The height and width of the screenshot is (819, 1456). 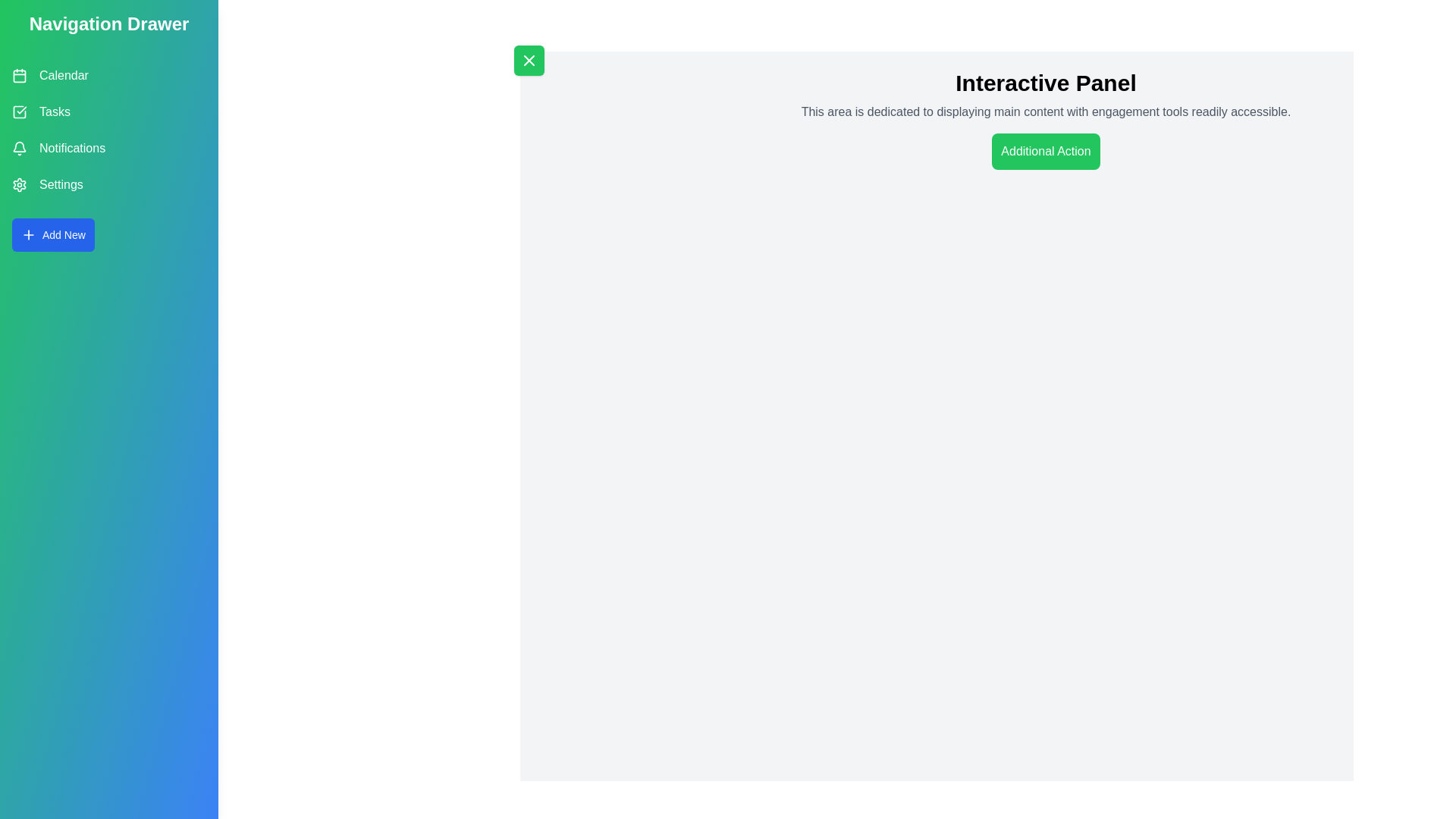 I want to click on the calendar icon located at the top of the first row in the navigation drawer, so click(x=19, y=76).